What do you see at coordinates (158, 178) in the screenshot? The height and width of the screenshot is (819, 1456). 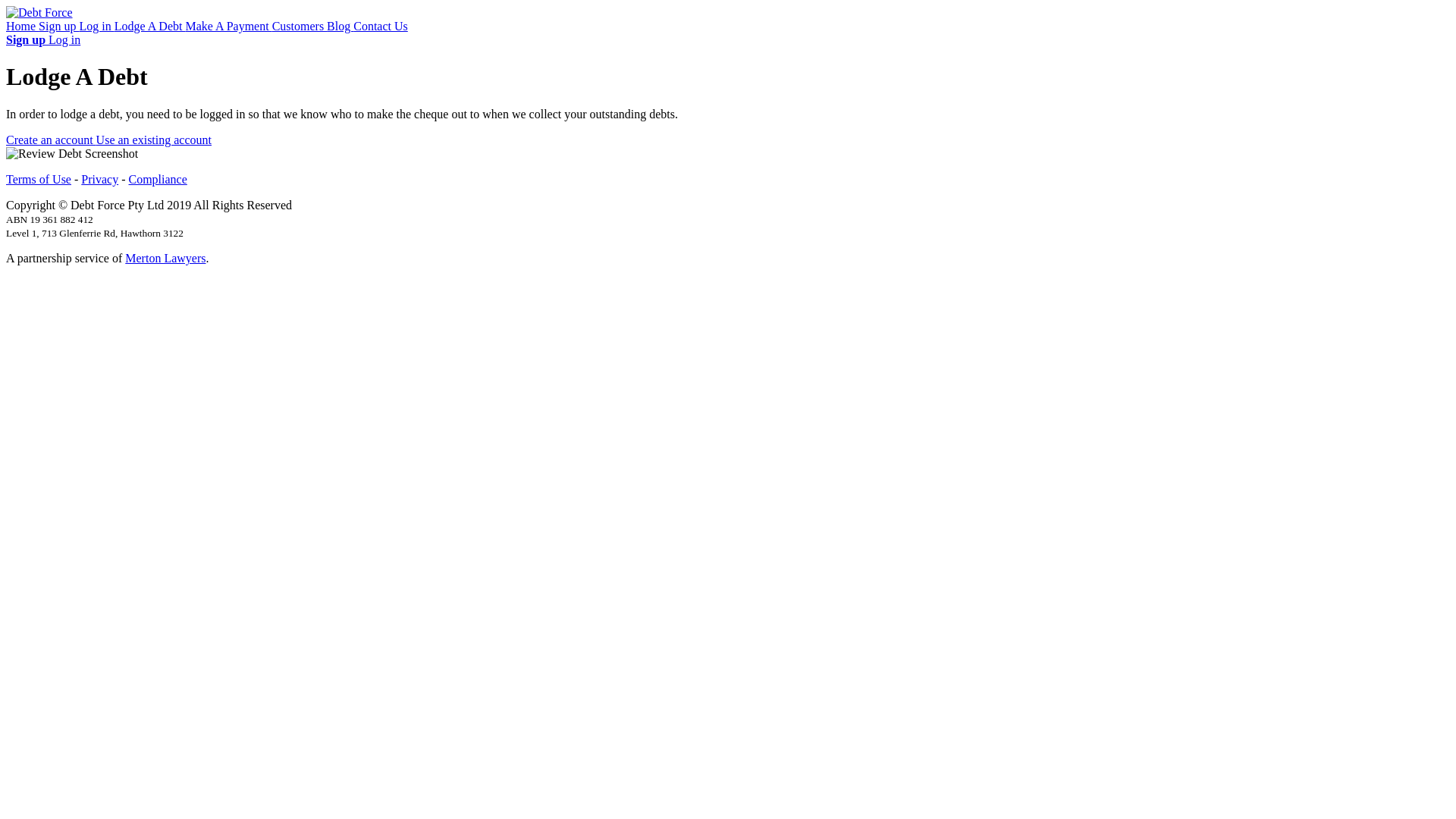 I see `'Compliance'` at bounding box center [158, 178].